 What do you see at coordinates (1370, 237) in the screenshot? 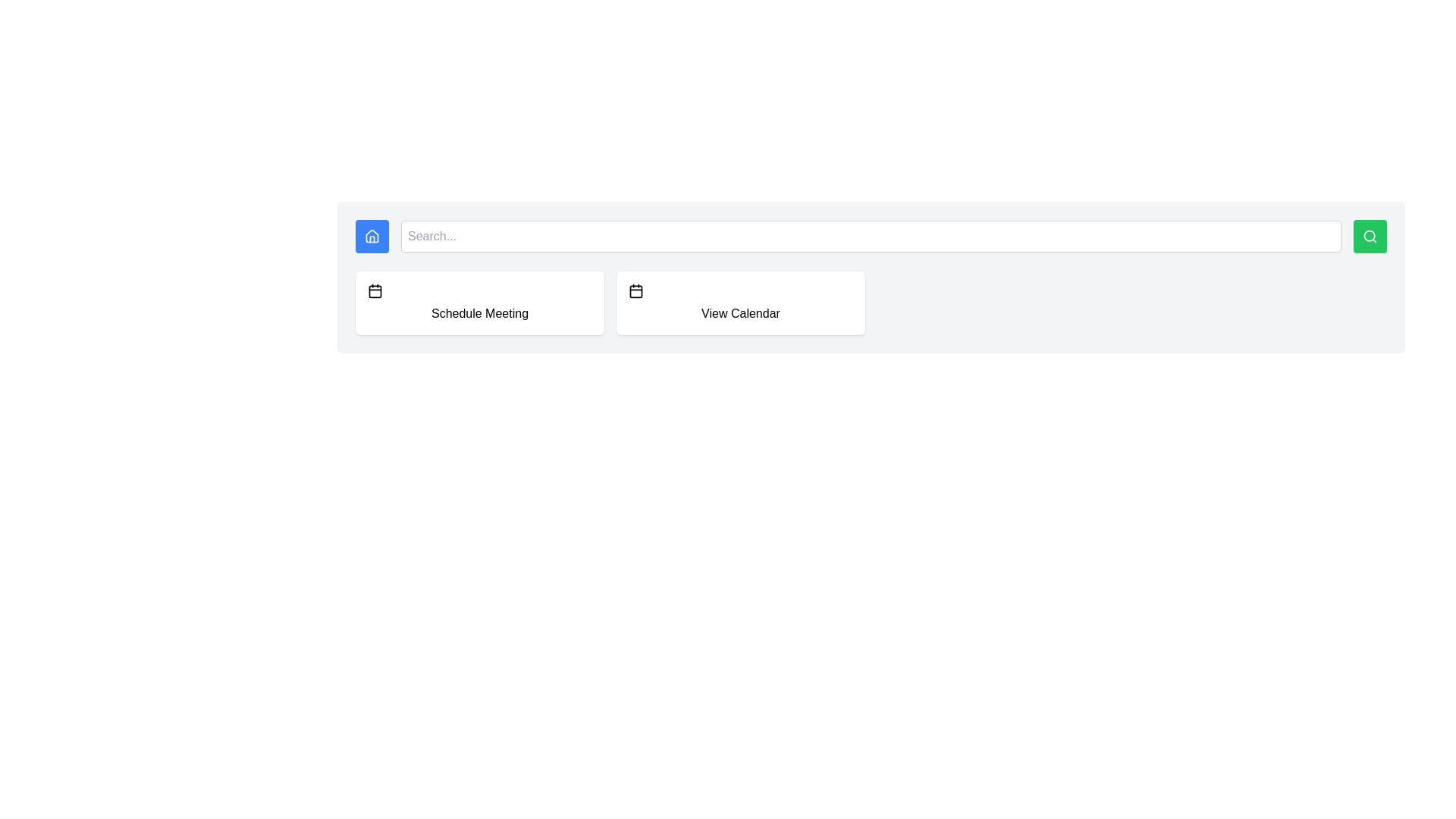
I see `the green button with a white search icon located at the far right of the control group` at bounding box center [1370, 237].